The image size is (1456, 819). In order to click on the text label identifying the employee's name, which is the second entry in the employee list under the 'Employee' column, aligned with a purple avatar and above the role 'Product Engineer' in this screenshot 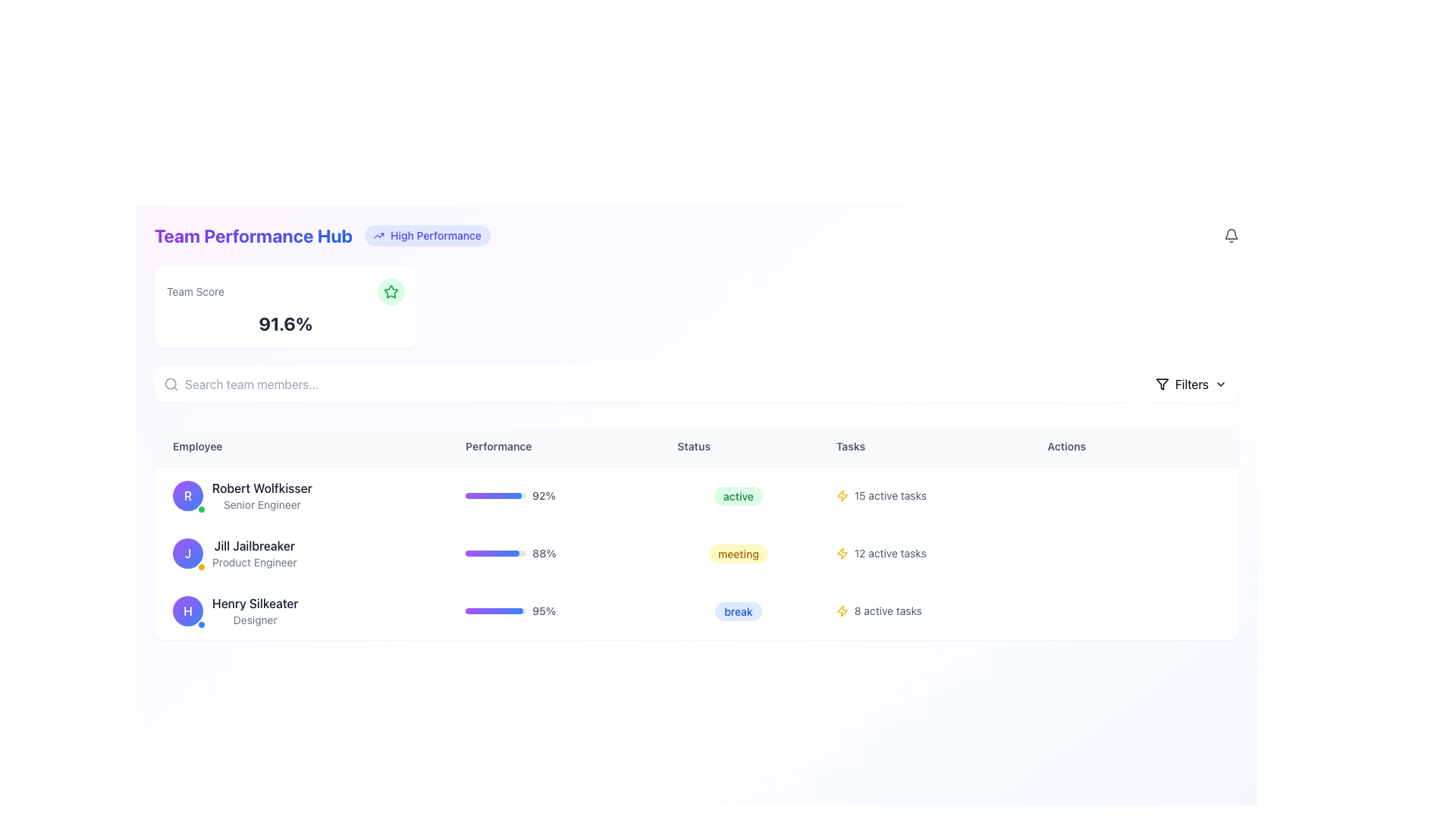, I will do `click(254, 546)`.